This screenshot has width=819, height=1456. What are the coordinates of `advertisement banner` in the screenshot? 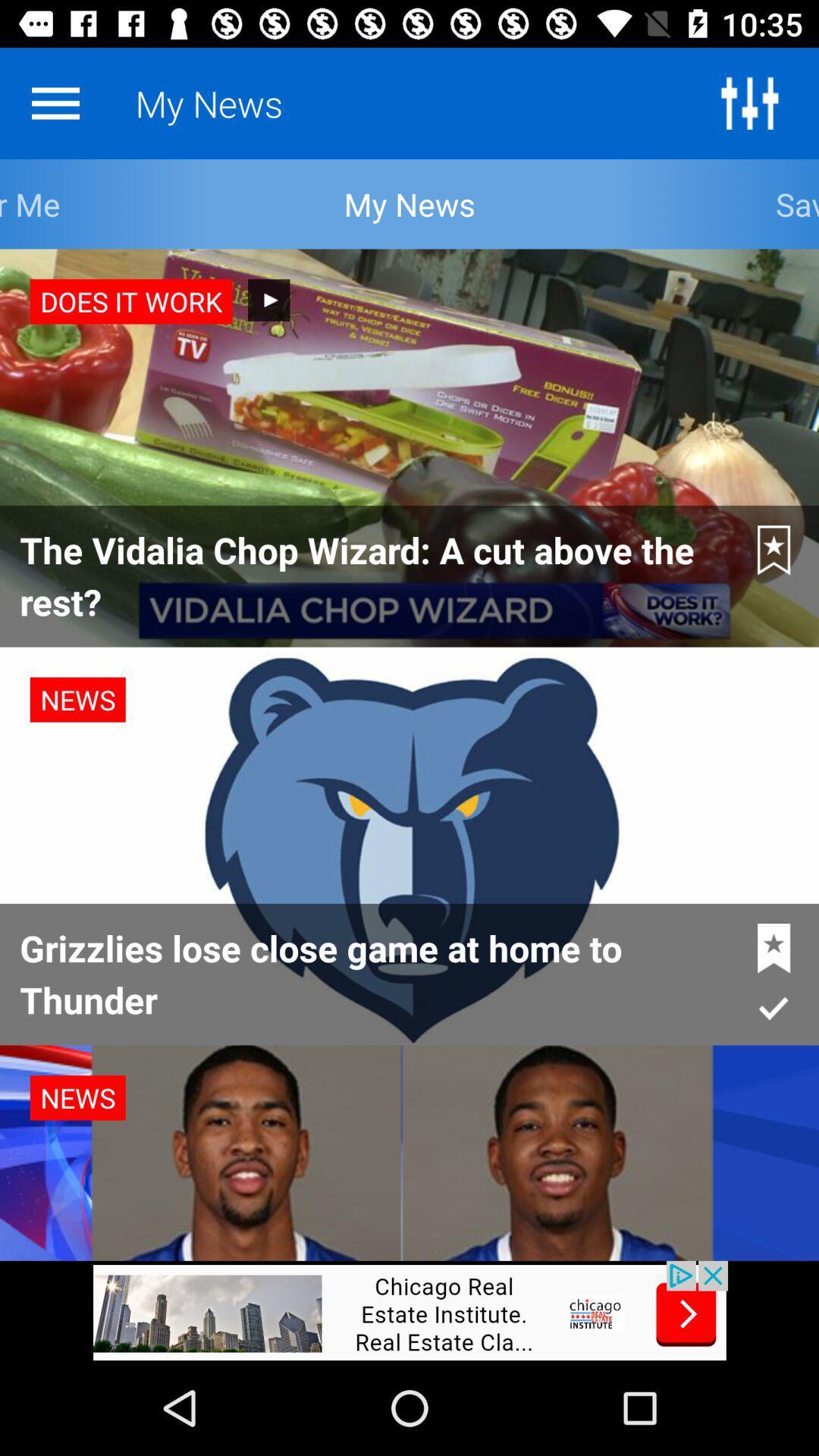 It's located at (409, 1310).